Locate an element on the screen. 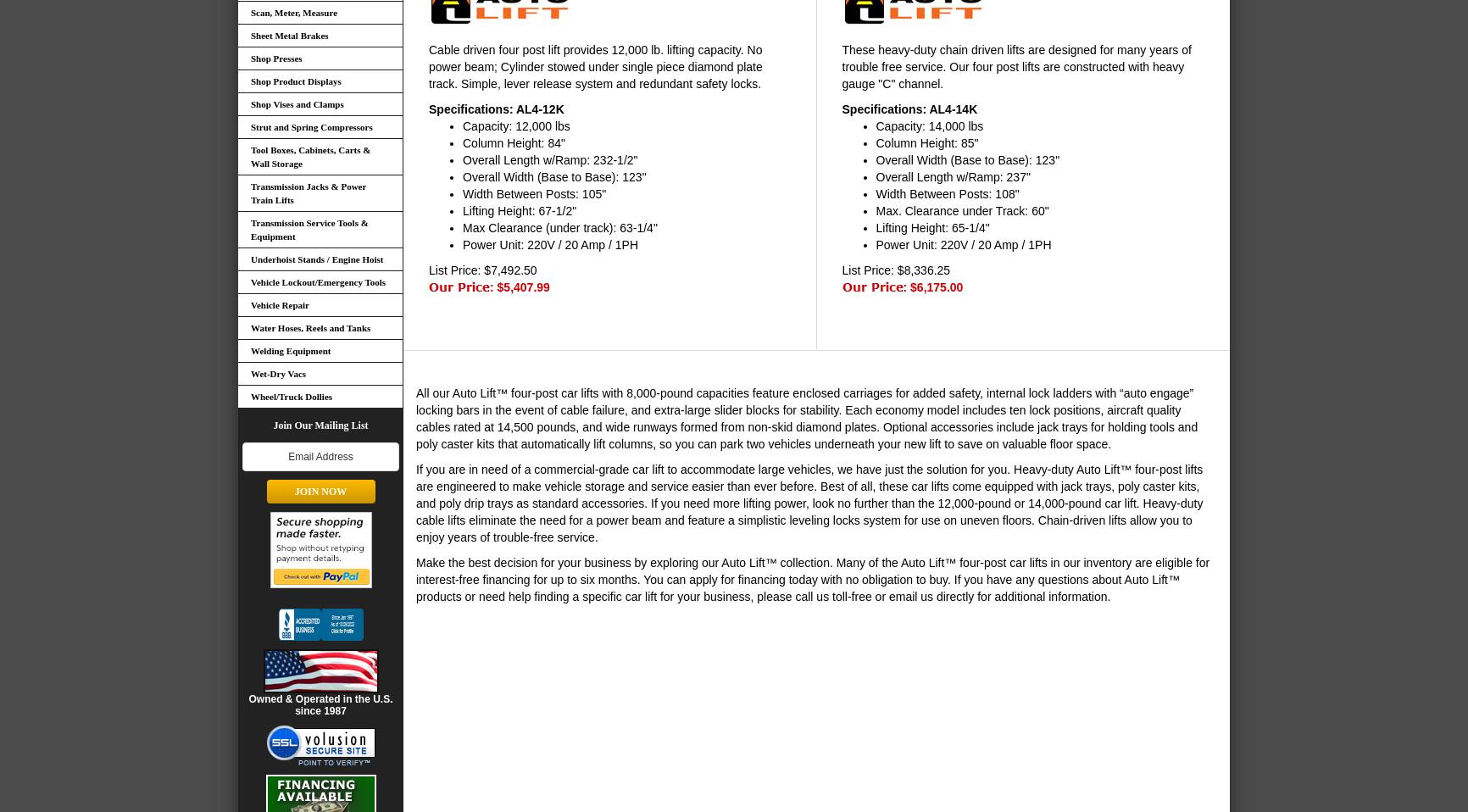 This screenshot has height=812, width=1468. 'Make the best decision for your business by exploring our Auto Lift™ collection. Many of the Auto Lift™ four-post car lifts in our inventory are eligible for interest-free financing for up to six months. You can apply for financing today with no obligation to buy. If you have any questions about Auto Lift™ products or need help finding a specific car lift for your business, please call us toll-free or email us directly for additional information.' is located at coordinates (813, 577).